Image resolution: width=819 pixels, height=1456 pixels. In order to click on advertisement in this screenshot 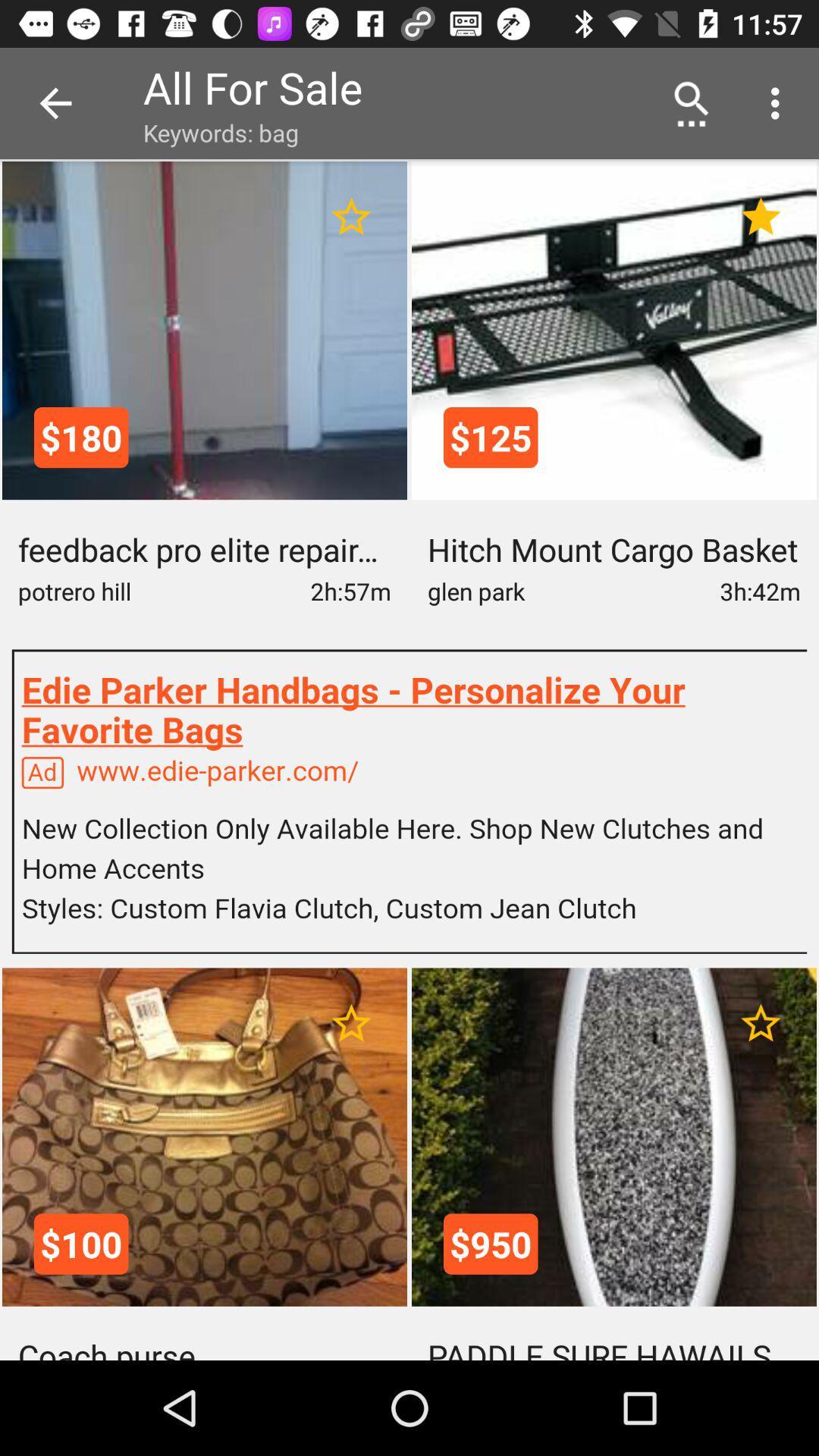, I will do `click(409, 801)`.